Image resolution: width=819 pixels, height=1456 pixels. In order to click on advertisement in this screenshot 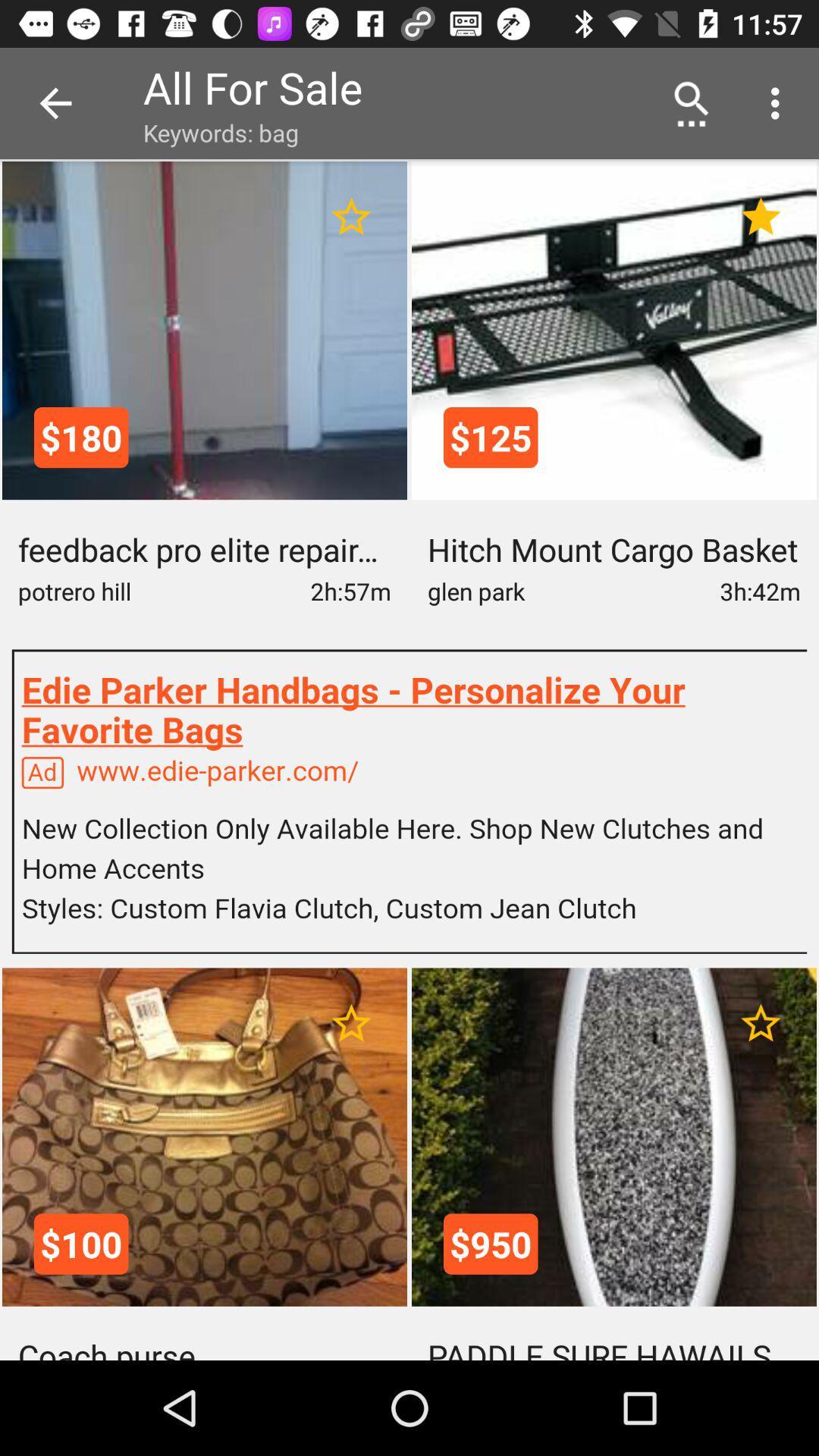, I will do `click(409, 801)`.